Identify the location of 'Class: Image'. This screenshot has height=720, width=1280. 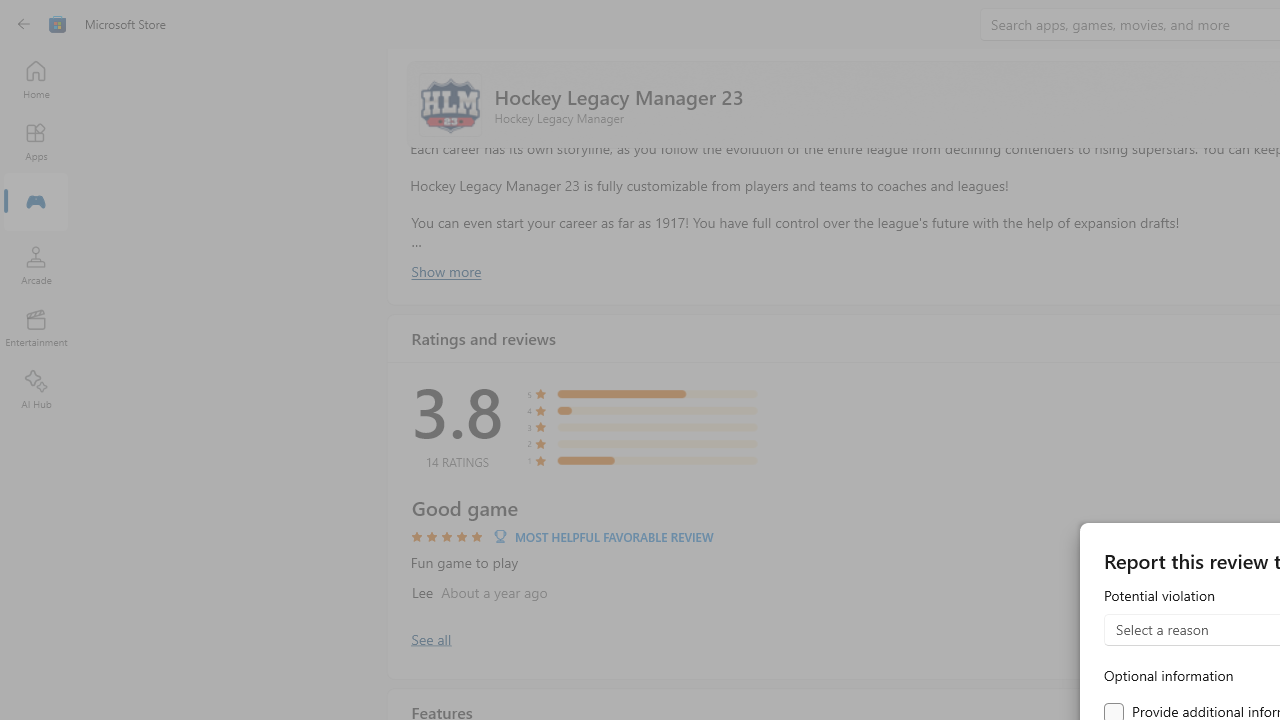
(58, 24).